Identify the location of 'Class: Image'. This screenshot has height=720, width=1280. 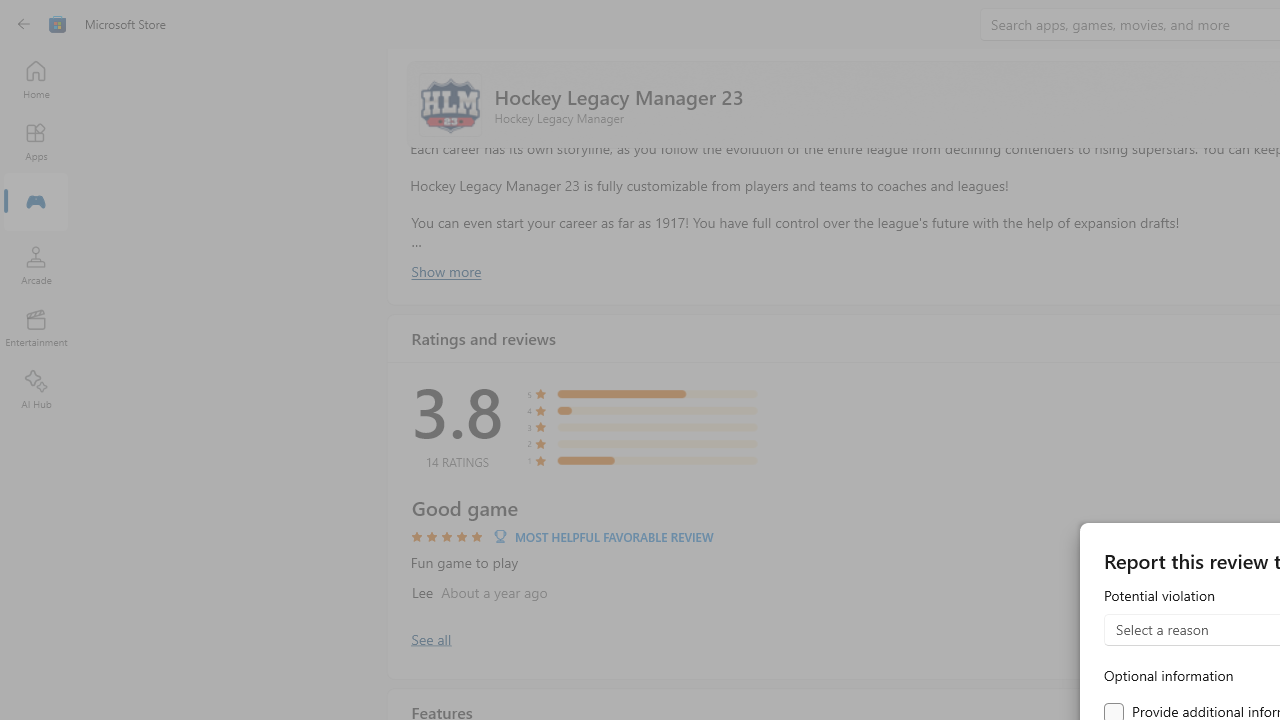
(58, 24).